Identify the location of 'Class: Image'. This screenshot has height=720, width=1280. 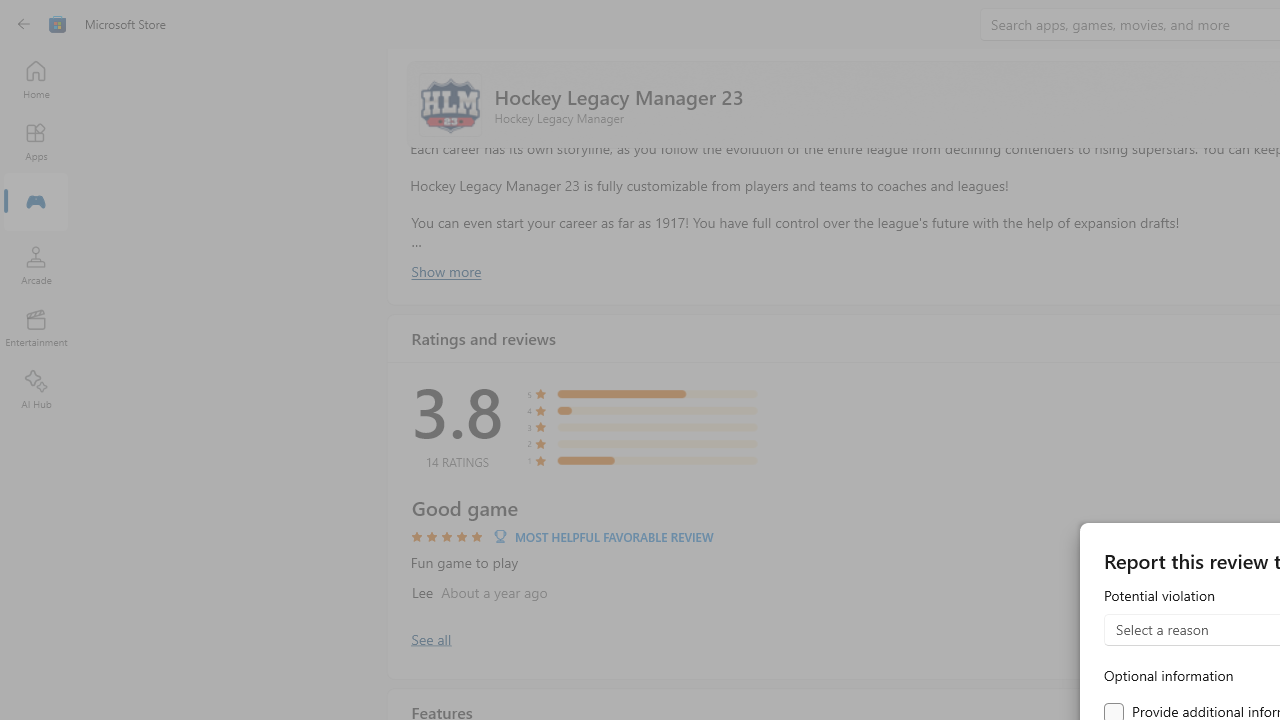
(58, 24).